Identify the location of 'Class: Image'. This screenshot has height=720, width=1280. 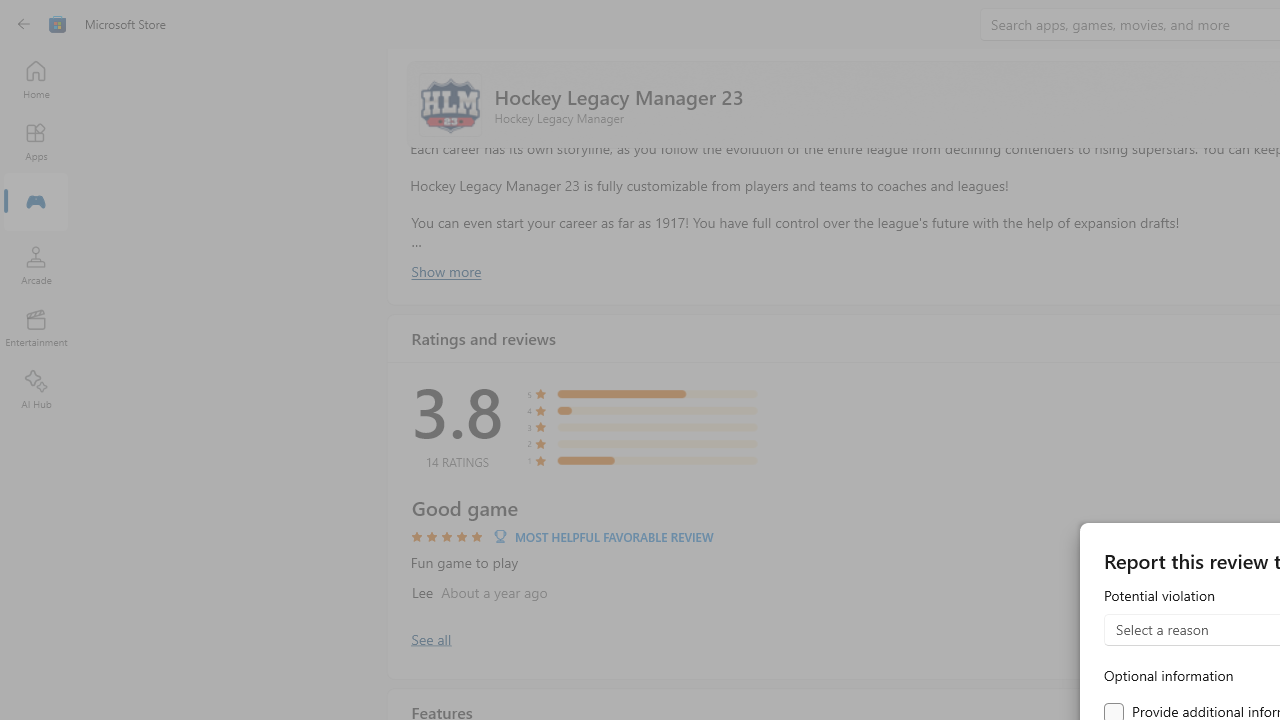
(58, 24).